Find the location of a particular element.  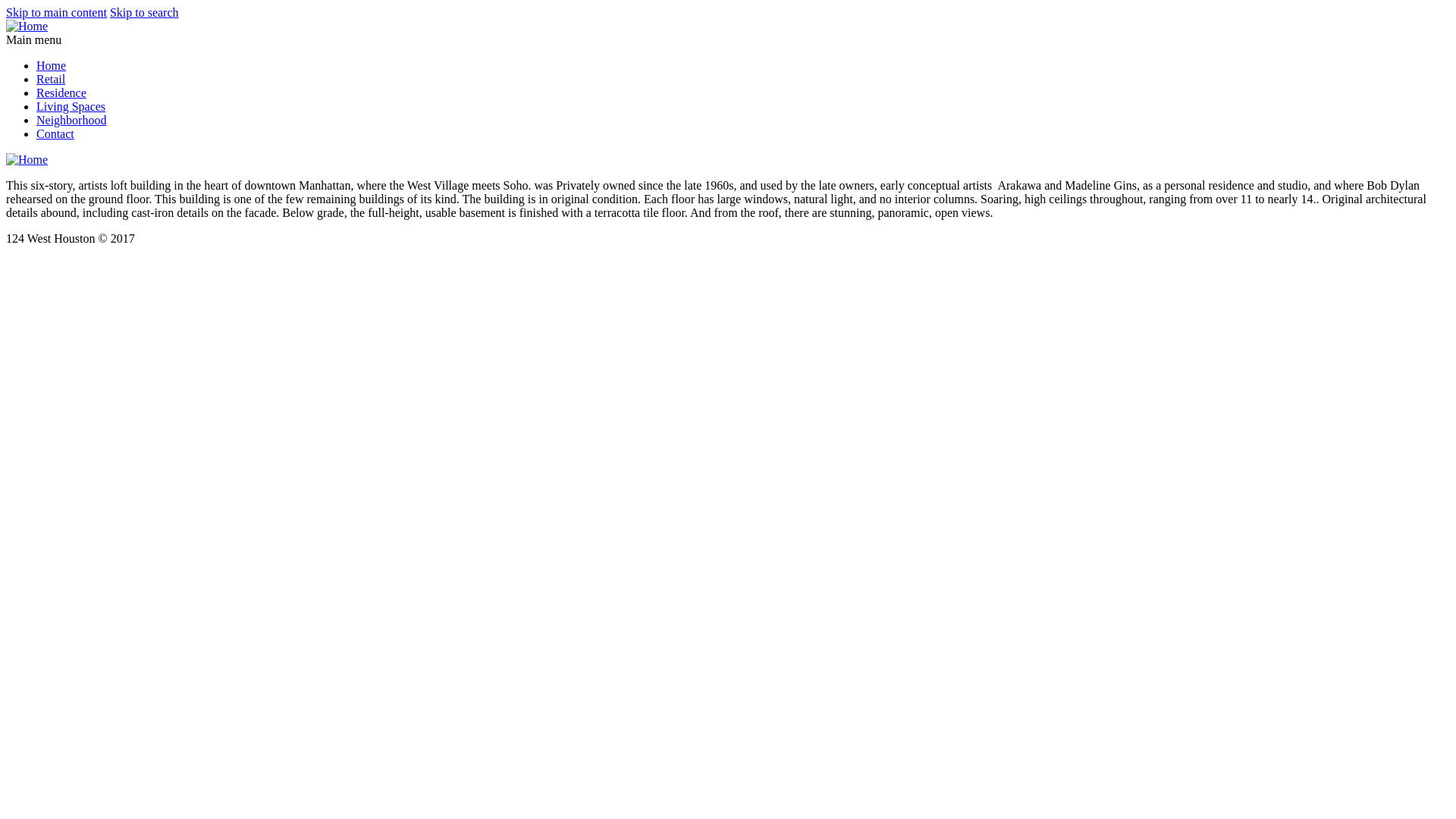

'Skip to search' is located at coordinates (108, 12).